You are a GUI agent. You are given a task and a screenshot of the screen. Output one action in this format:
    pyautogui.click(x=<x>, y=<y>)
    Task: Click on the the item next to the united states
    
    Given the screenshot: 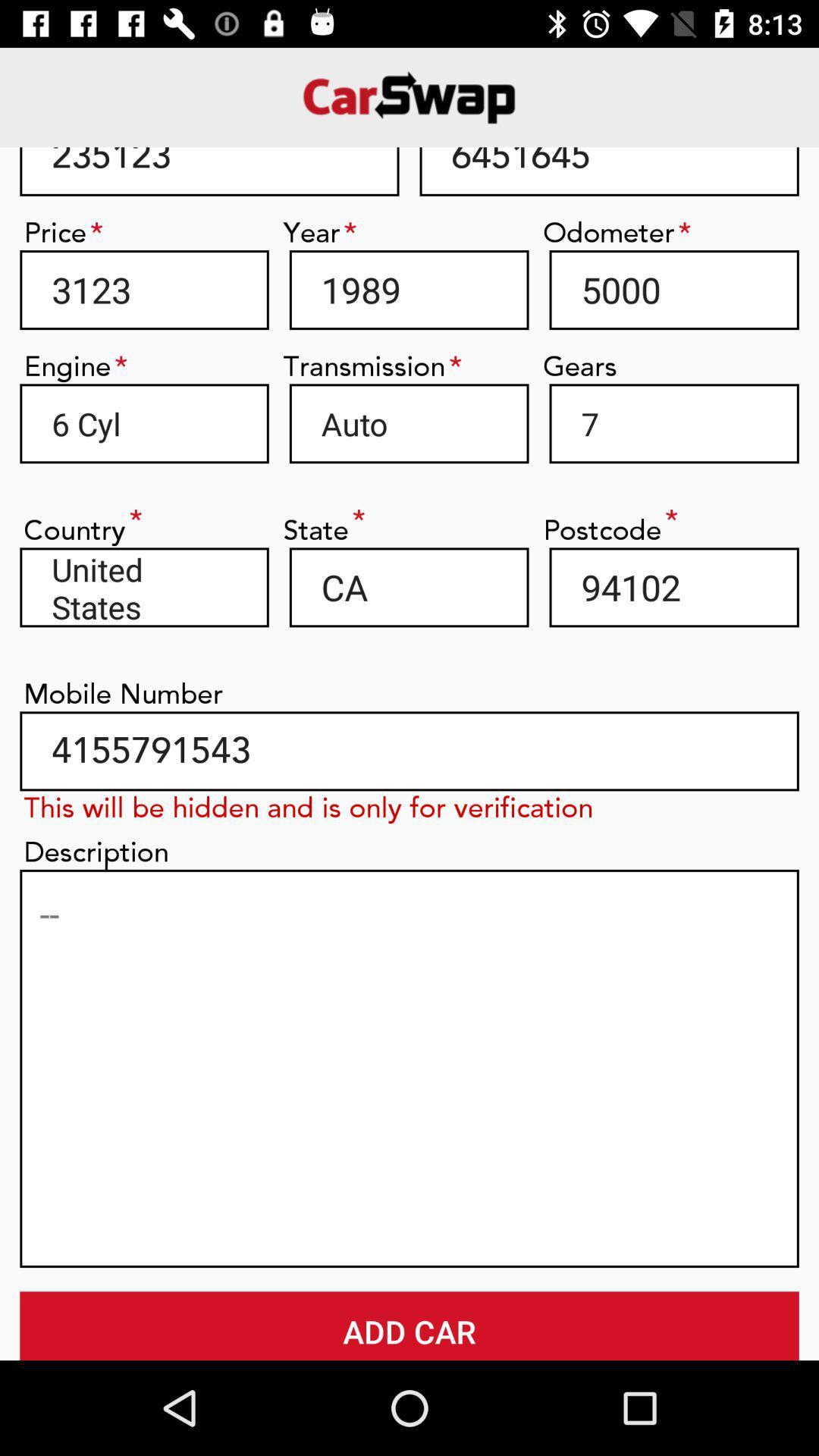 What is the action you would take?
    pyautogui.click(x=408, y=586)
    